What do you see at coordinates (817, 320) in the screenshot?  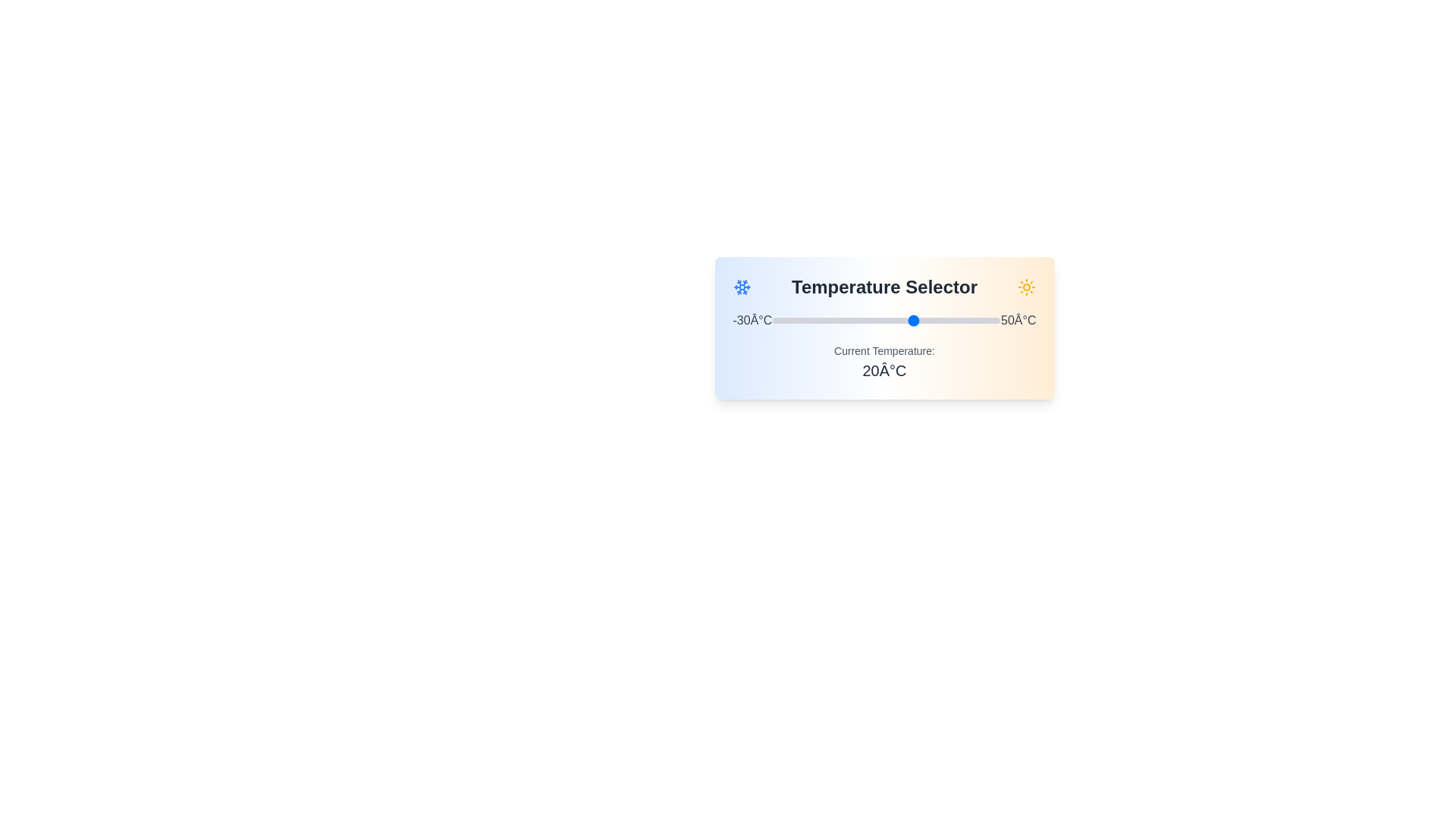 I see `the temperature` at bounding box center [817, 320].